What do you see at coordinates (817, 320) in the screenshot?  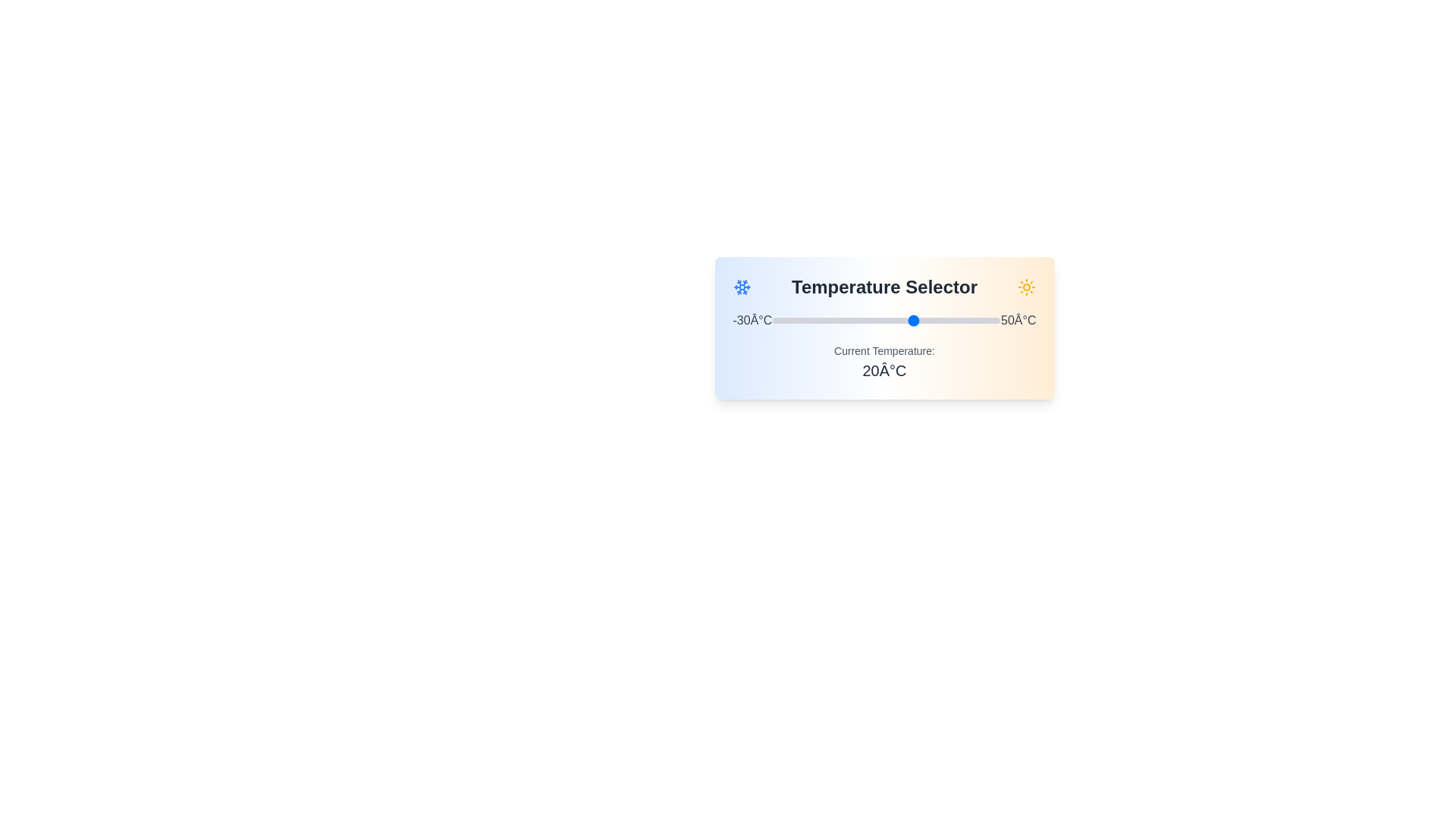 I see `the temperature` at bounding box center [817, 320].